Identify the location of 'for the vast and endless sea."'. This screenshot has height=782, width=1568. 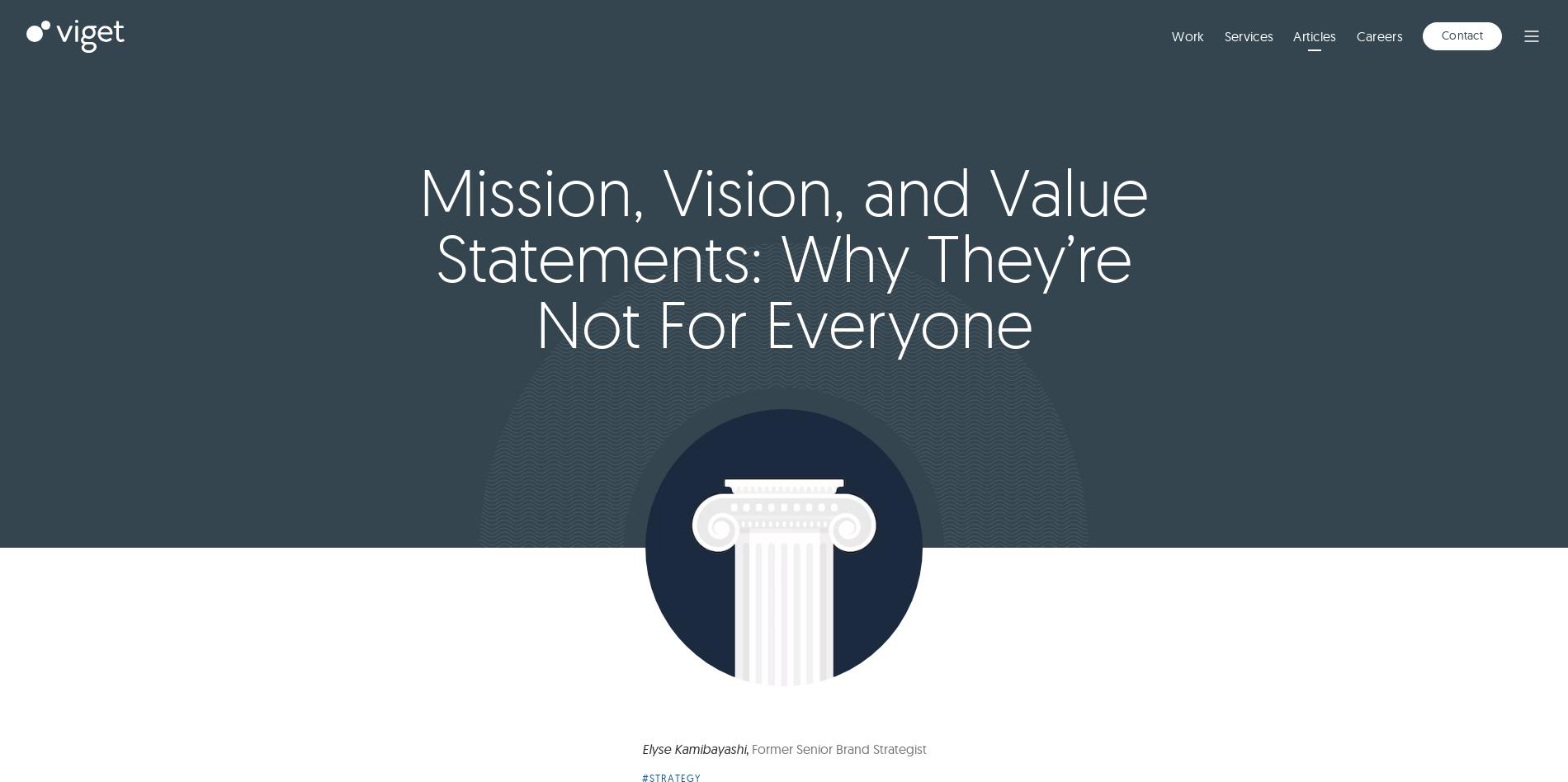
(916, 392).